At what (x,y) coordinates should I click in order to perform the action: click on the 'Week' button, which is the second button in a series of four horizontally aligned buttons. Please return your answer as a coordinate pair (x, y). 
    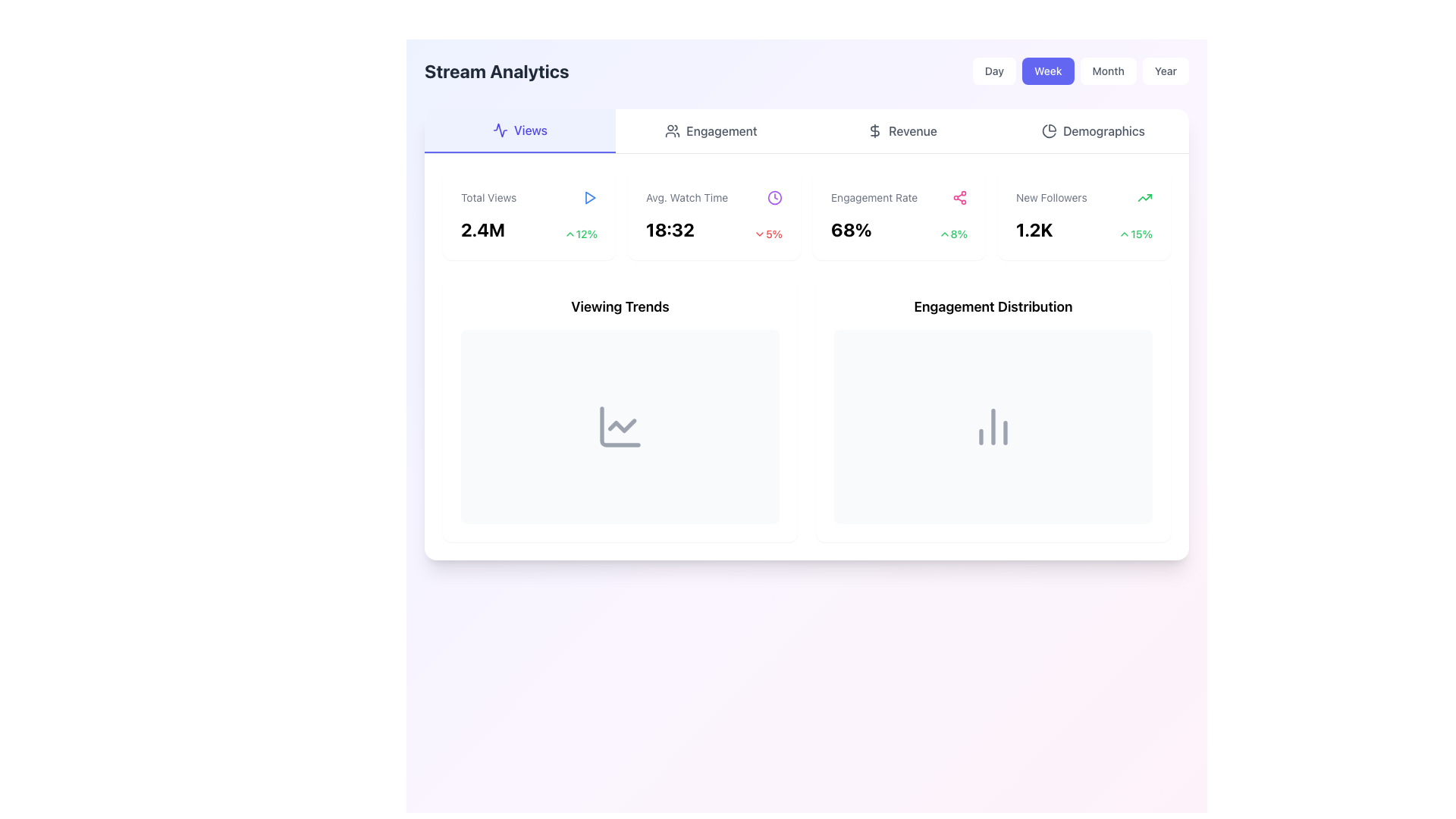
    Looking at the image, I should click on (1080, 71).